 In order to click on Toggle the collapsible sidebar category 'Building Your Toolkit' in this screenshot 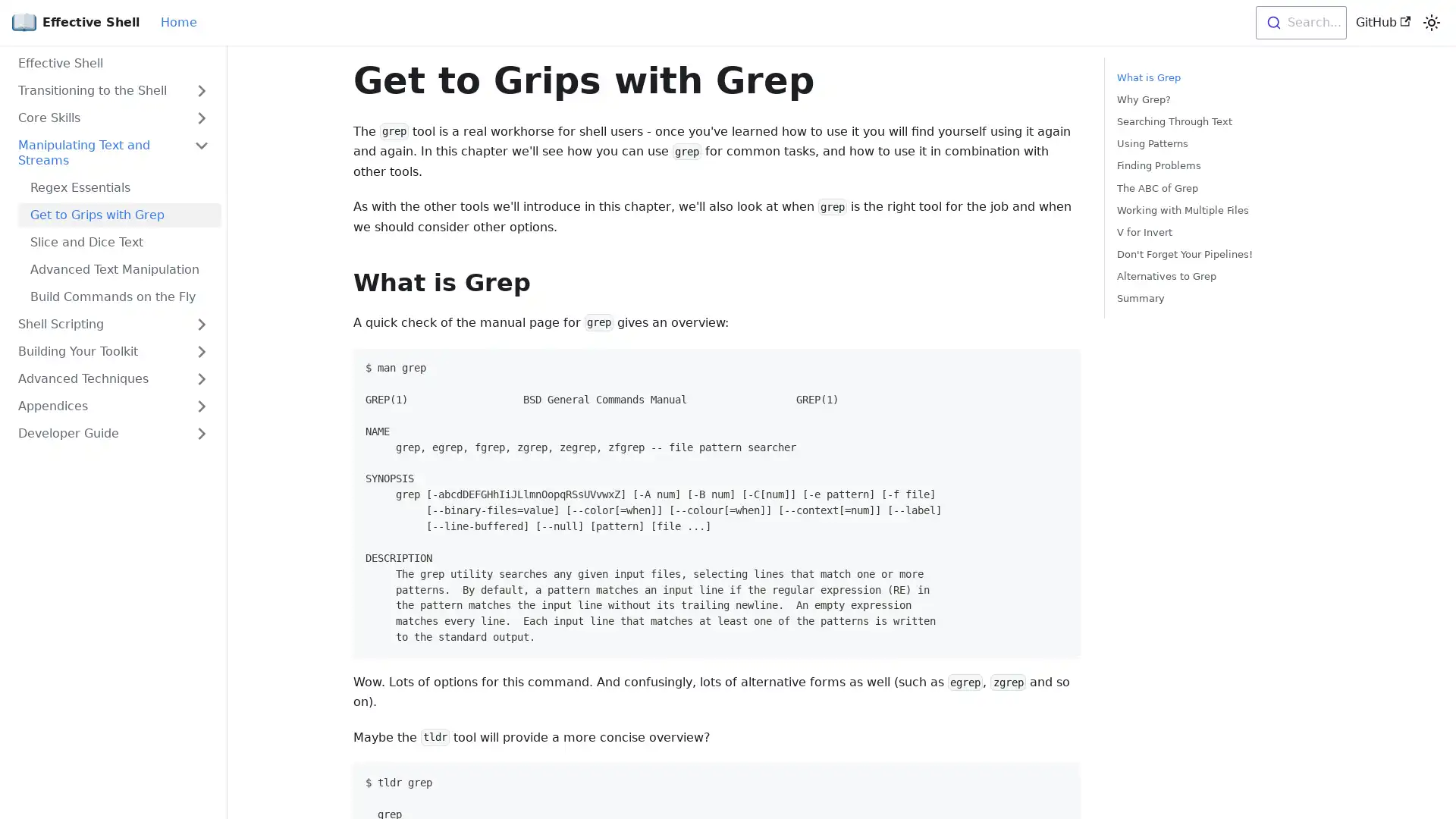, I will do `click(200, 351)`.